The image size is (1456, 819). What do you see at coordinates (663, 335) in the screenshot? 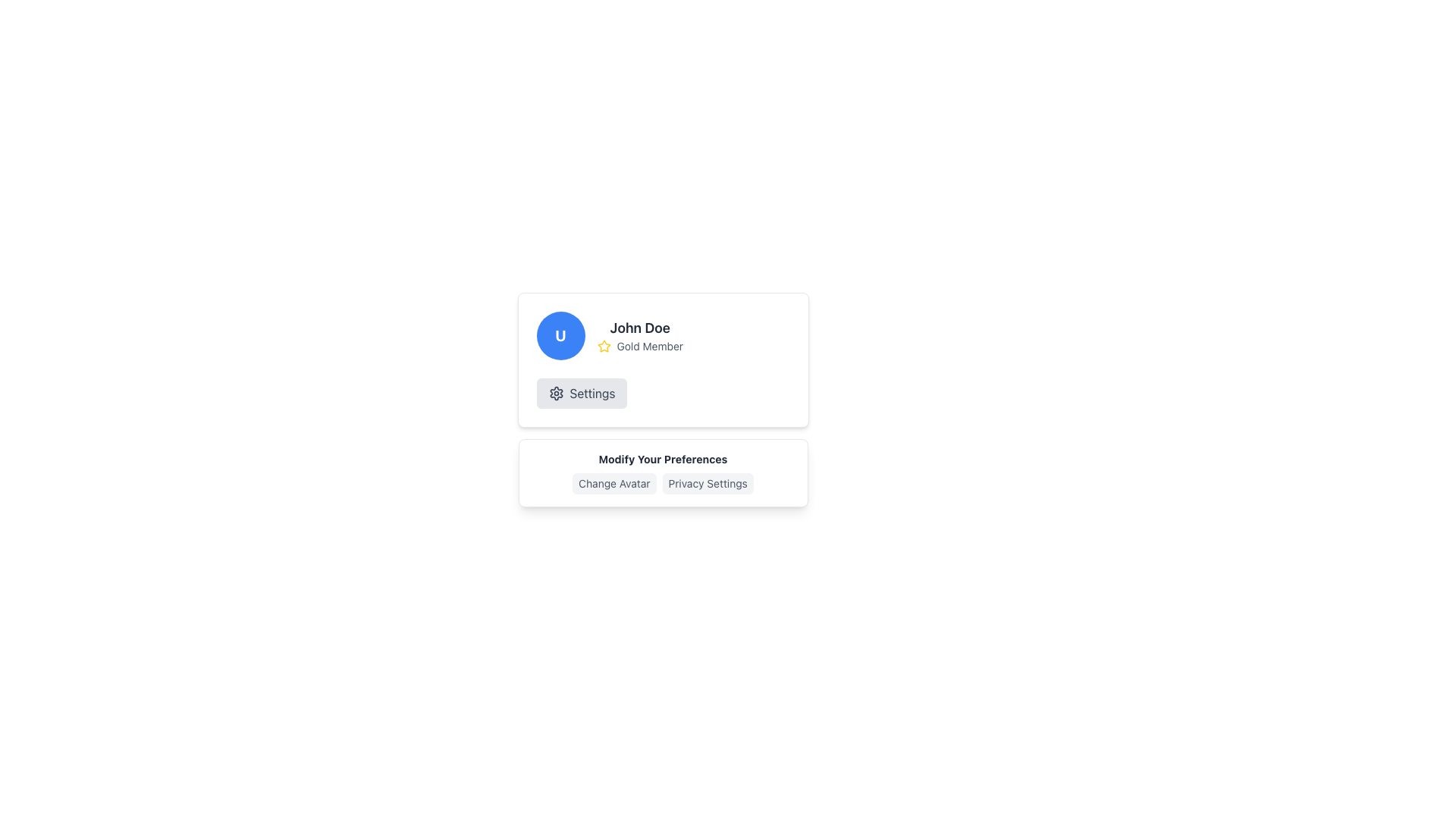
I see `the yellow star icon in the user profile summary for additional options` at bounding box center [663, 335].